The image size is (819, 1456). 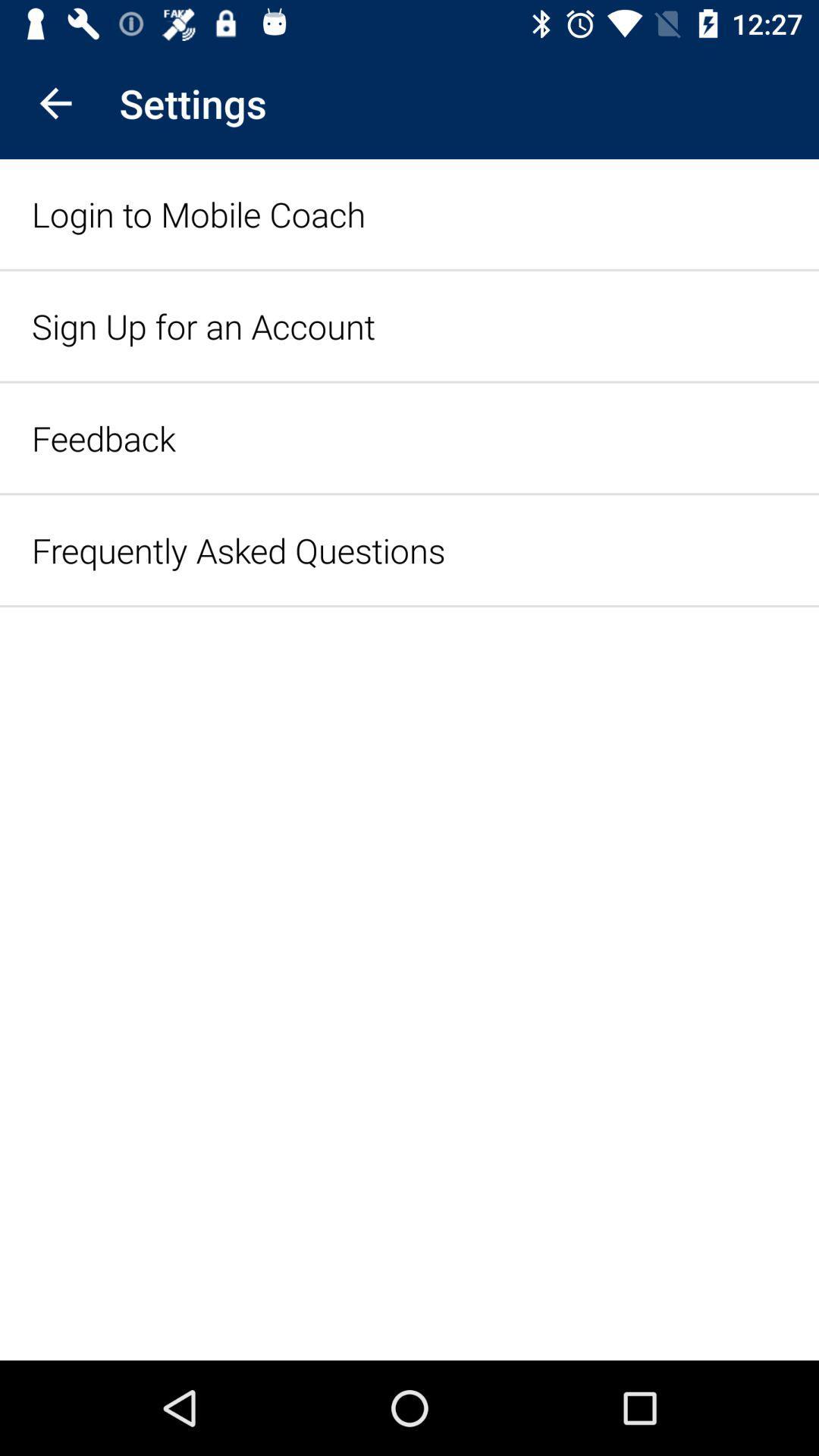 What do you see at coordinates (202, 325) in the screenshot?
I see `icon above the feedback item` at bounding box center [202, 325].